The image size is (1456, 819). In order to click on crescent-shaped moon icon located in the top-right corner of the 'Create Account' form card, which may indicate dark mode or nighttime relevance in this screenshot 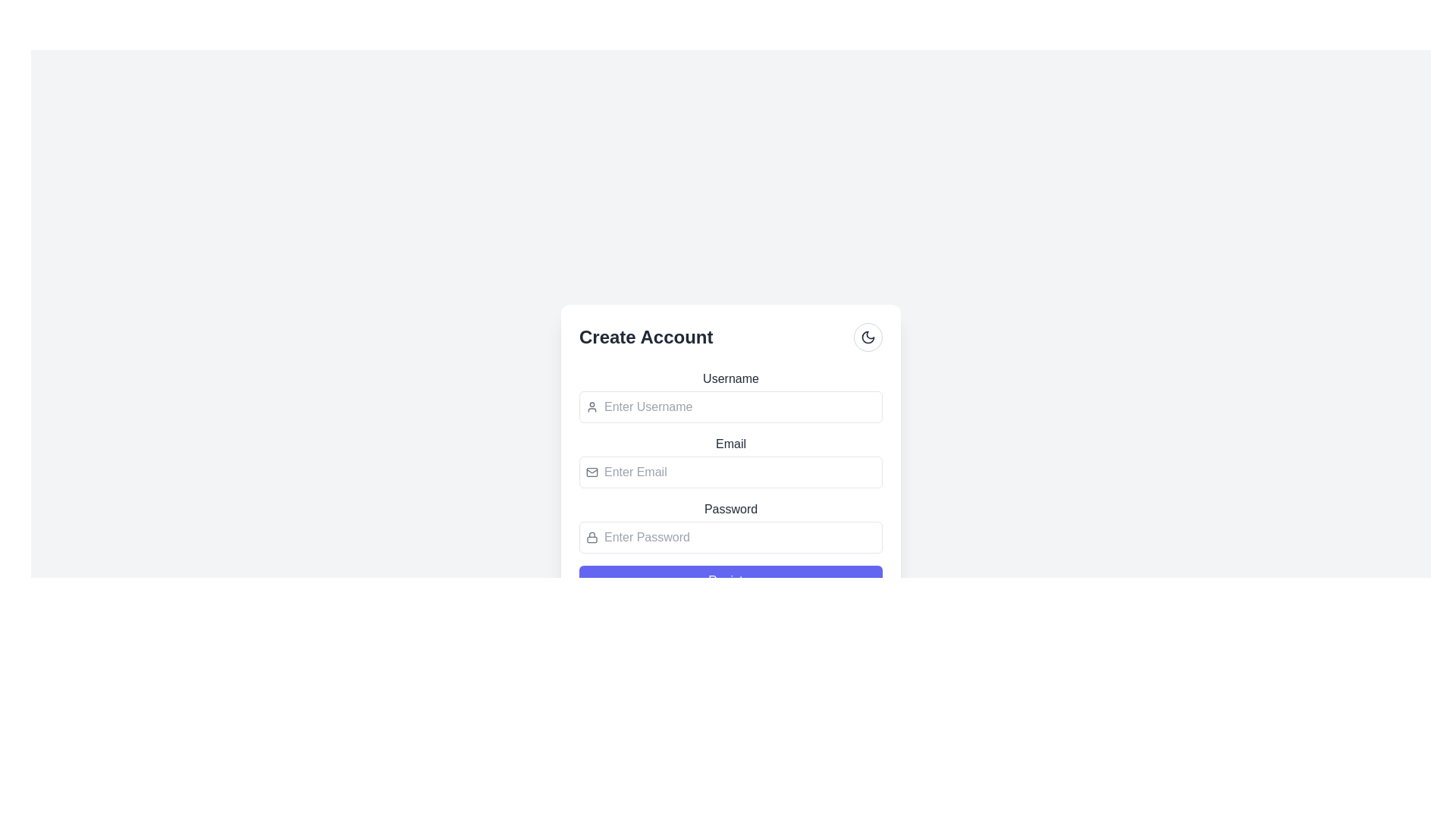, I will do `click(868, 336)`.